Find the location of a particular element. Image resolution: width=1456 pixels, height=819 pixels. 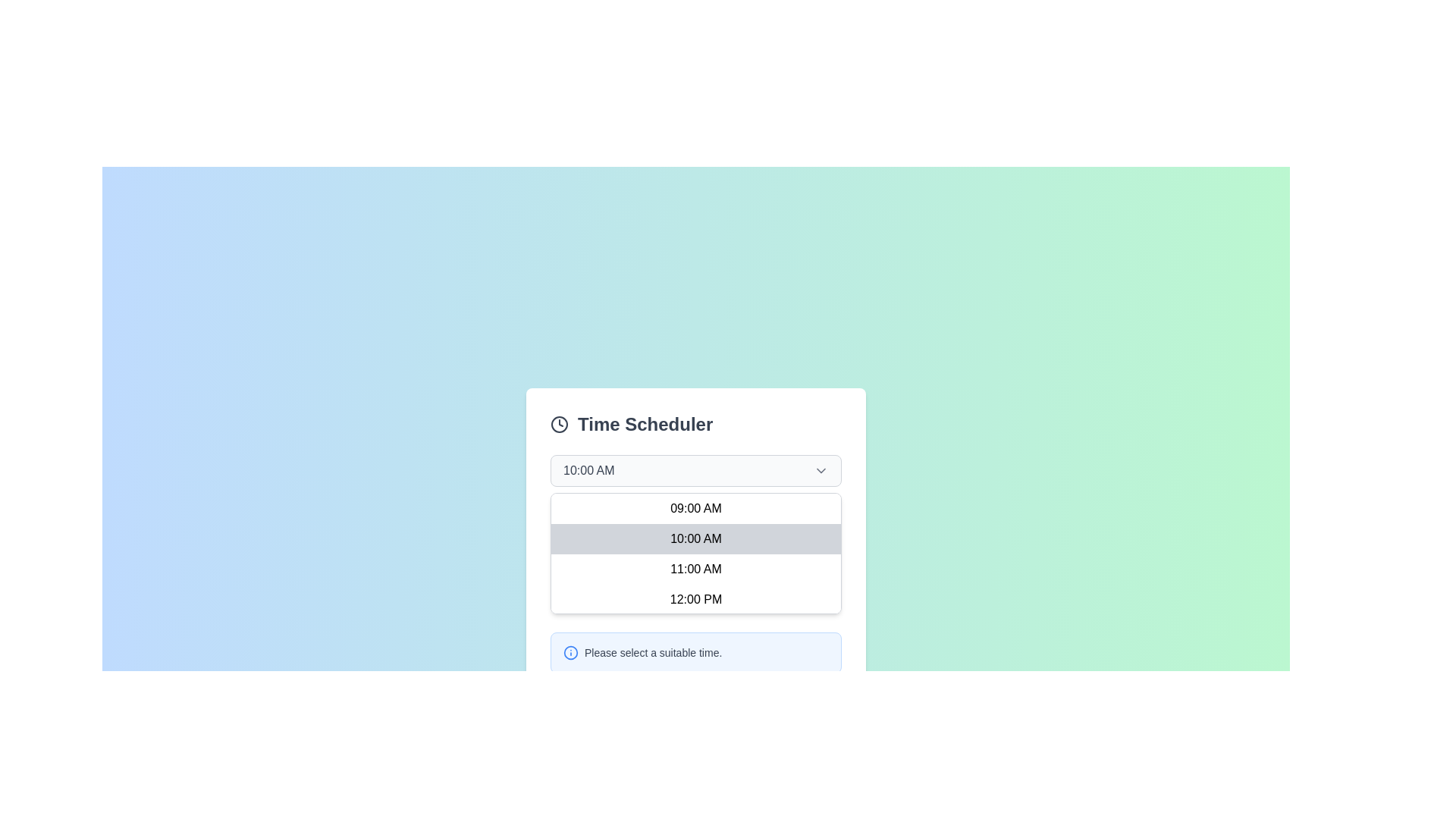

the list item displaying '11:00 AM' is located at coordinates (695, 570).